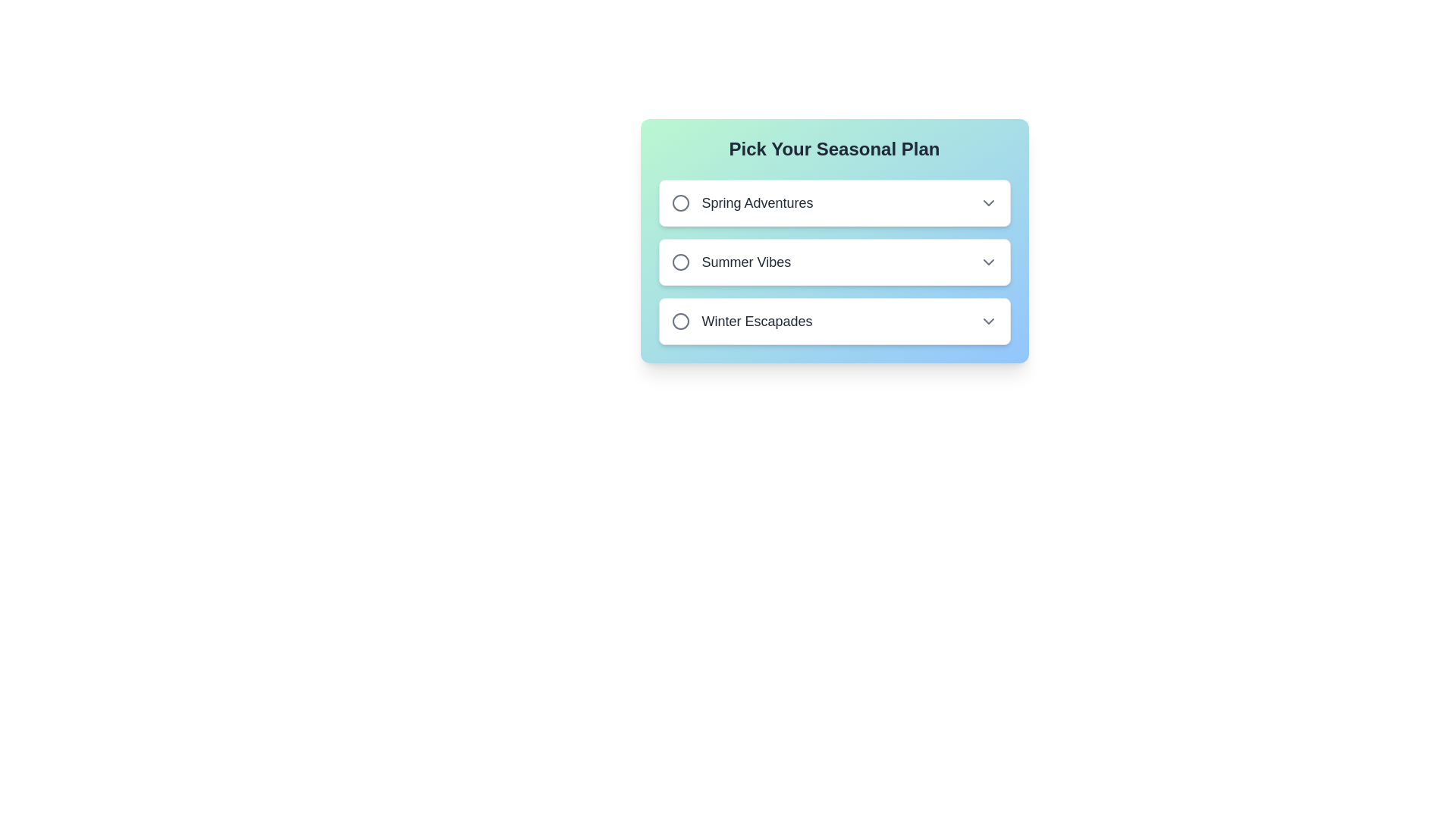 Image resolution: width=1456 pixels, height=819 pixels. What do you see at coordinates (679, 321) in the screenshot?
I see `the keyboard navigation on the circular radio button indicator located to the left of the text 'Winter Escapades' in the 'Pick Your Seasonal Plan' section` at bounding box center [679, 321].